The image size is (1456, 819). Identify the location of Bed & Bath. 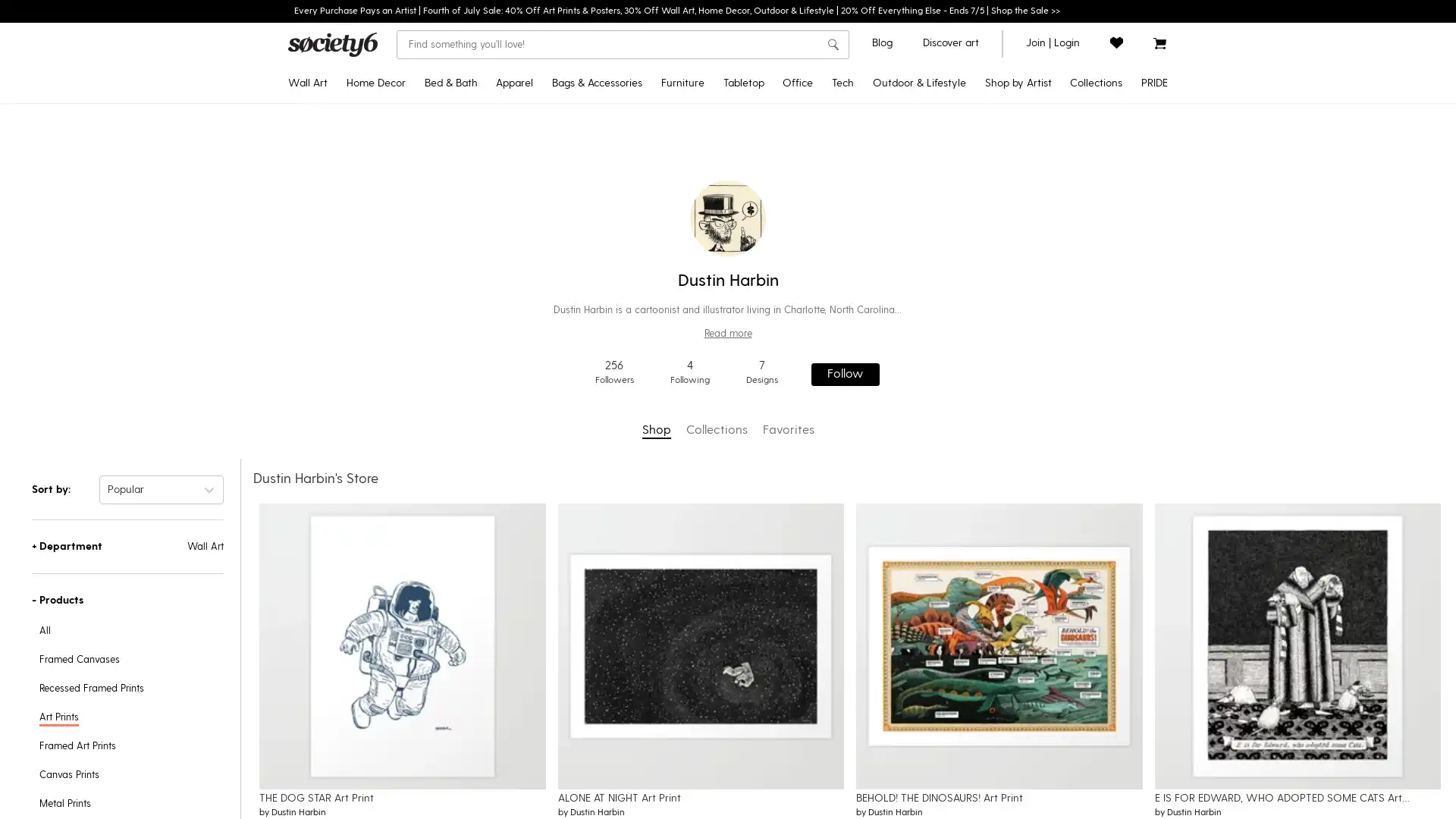
(450, 83).